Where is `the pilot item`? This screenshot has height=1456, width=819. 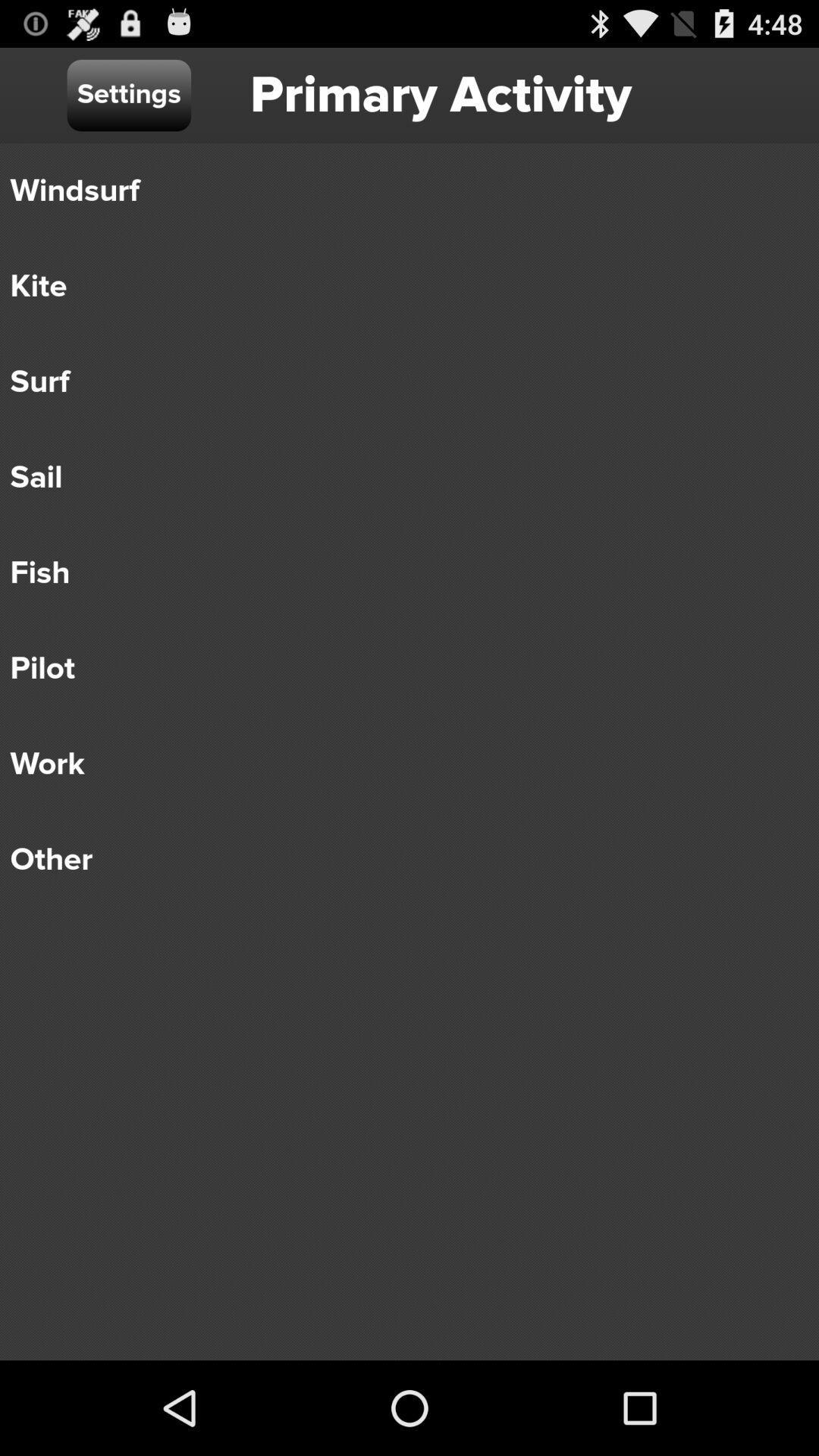 the pilot item is located at coordinates (398, 668).